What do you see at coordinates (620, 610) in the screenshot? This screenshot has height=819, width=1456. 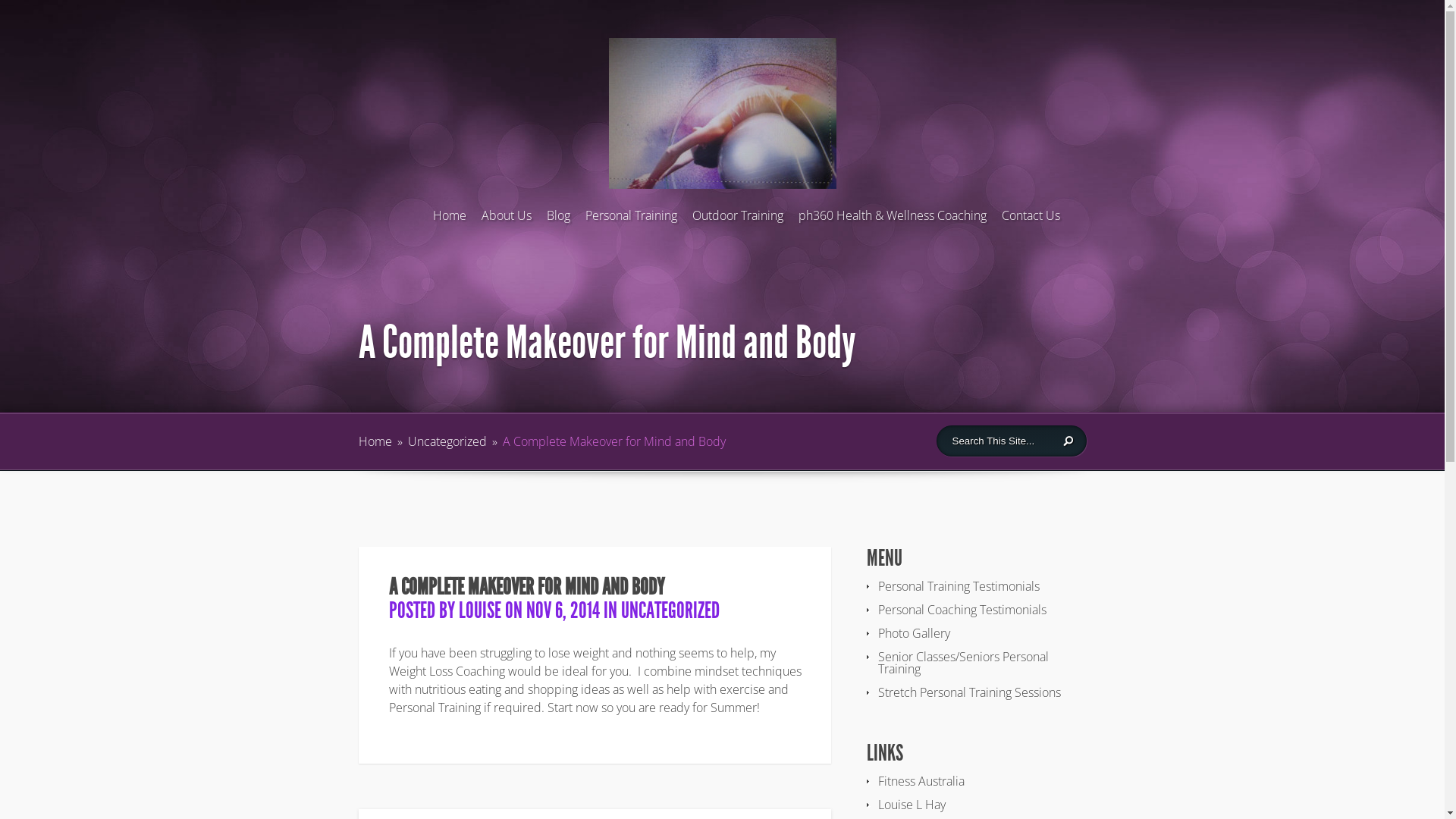 I see `'UNCATEGORIZED'` at bounding box center [620, 610].